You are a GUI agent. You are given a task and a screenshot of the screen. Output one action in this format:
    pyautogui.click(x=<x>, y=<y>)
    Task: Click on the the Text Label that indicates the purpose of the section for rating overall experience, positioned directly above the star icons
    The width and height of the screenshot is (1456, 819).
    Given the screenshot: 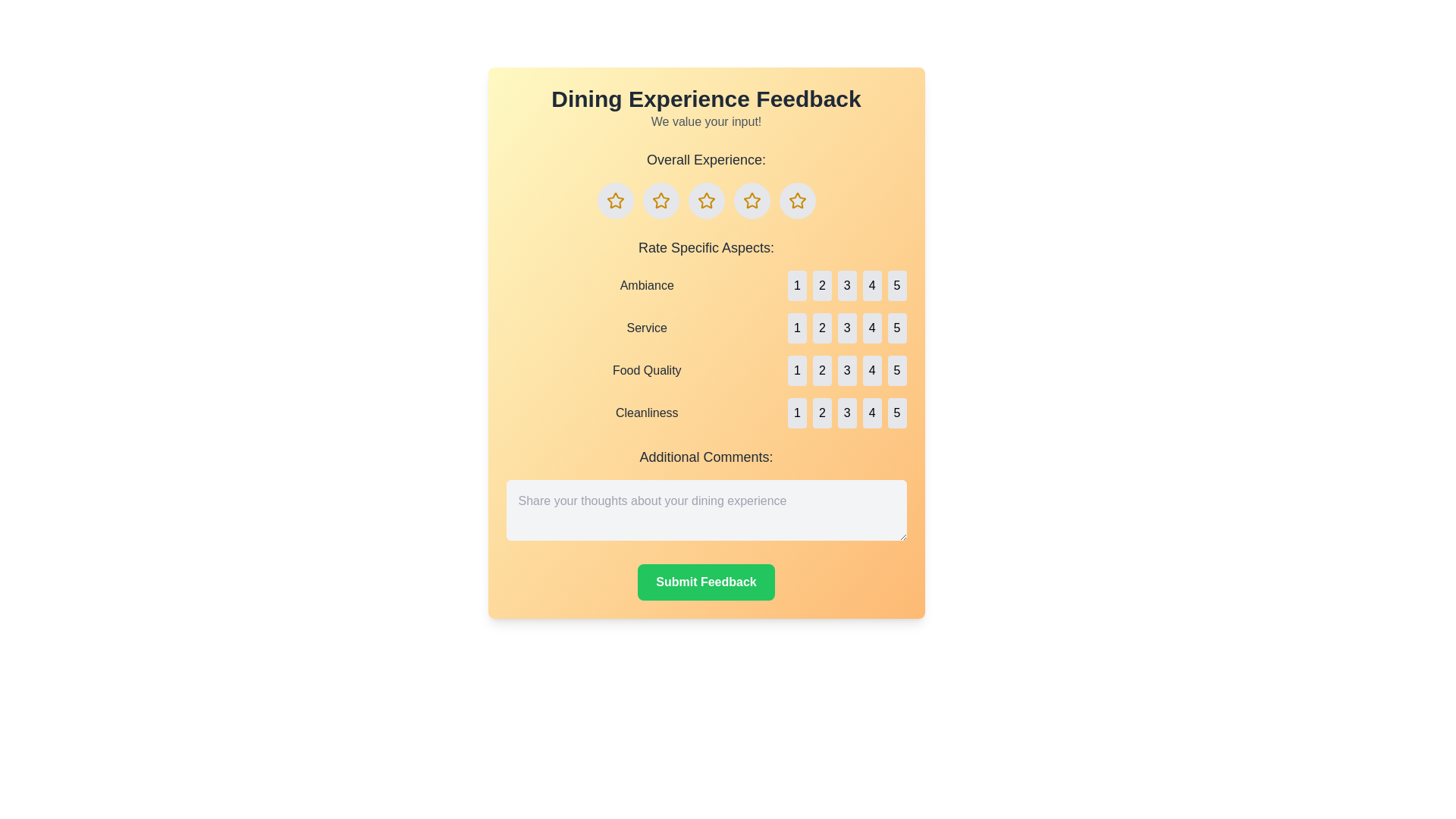 What is the action you would take?
    pyautogui.click(x=705, y=160)
    